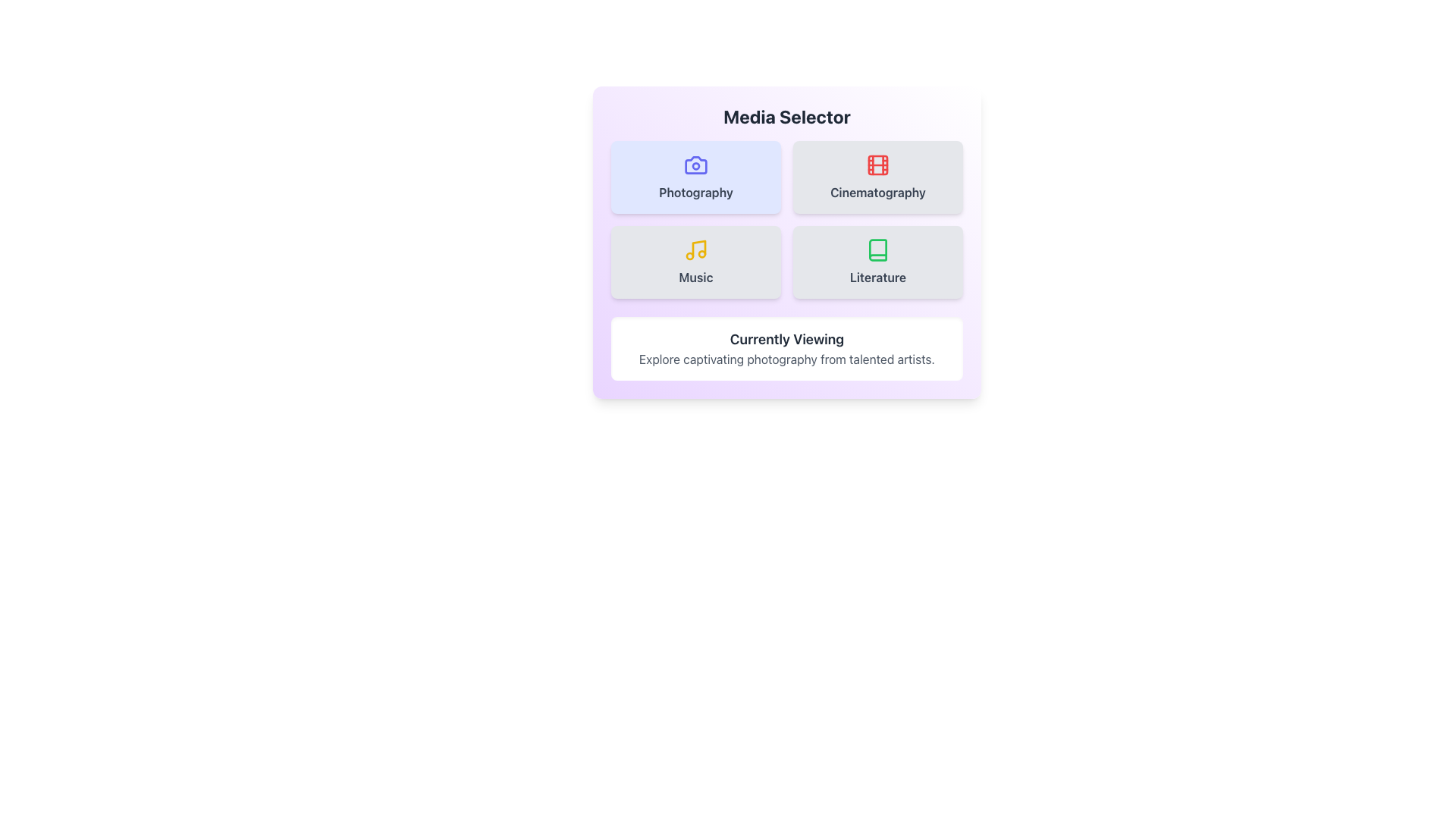 Image resolution: width=1456 pixels, height=819 pixels. What do you see at coordinates (786, 359) in the screenshot?
I see `the text element stating 'Explore captivating photography from talented artists', which is styled in gray and located below the title 'Currently Viewing'` at bounding box center [786, 359].